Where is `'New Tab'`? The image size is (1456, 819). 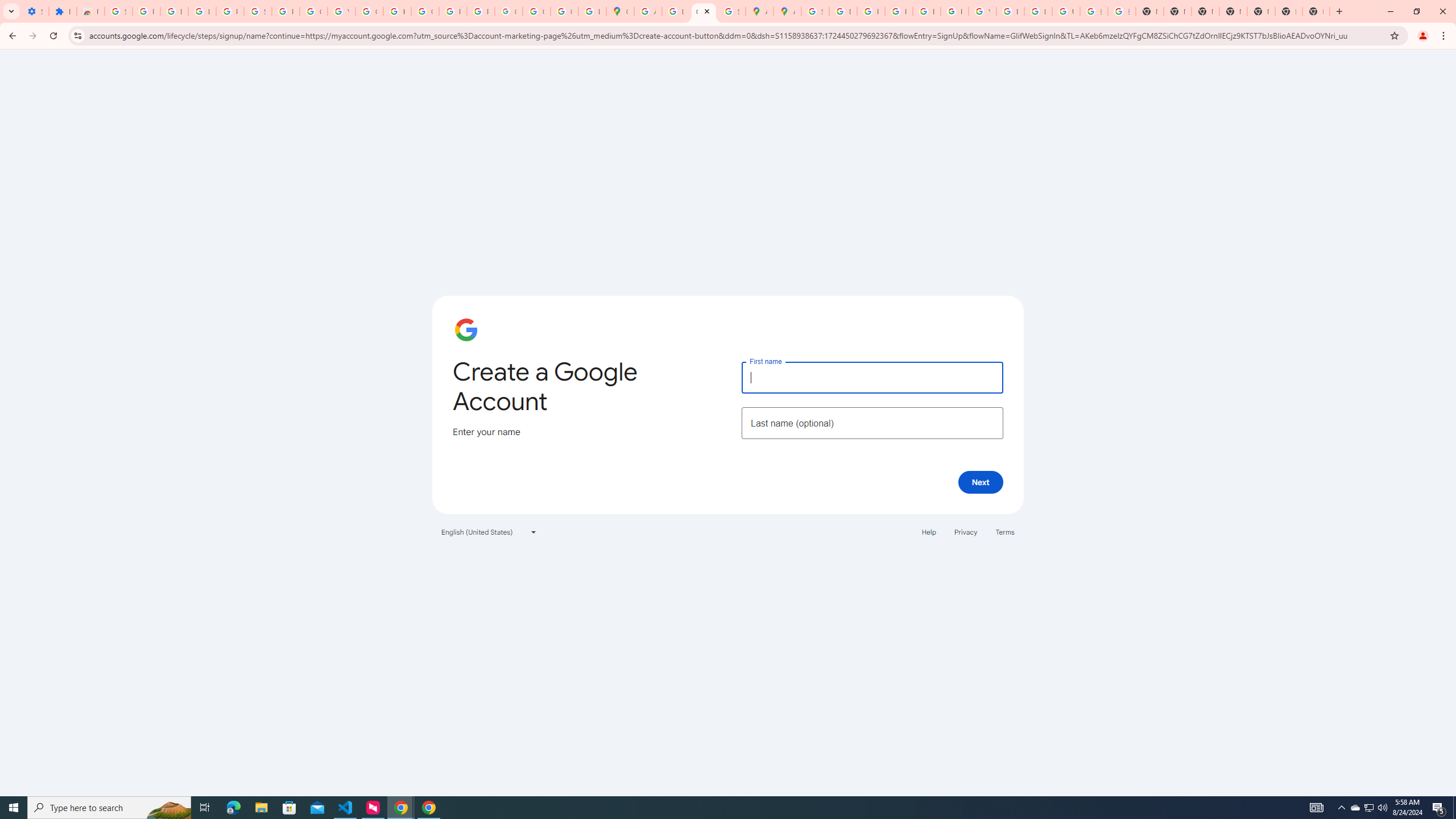 'New Tab' is located at coordinates (1316, 11).